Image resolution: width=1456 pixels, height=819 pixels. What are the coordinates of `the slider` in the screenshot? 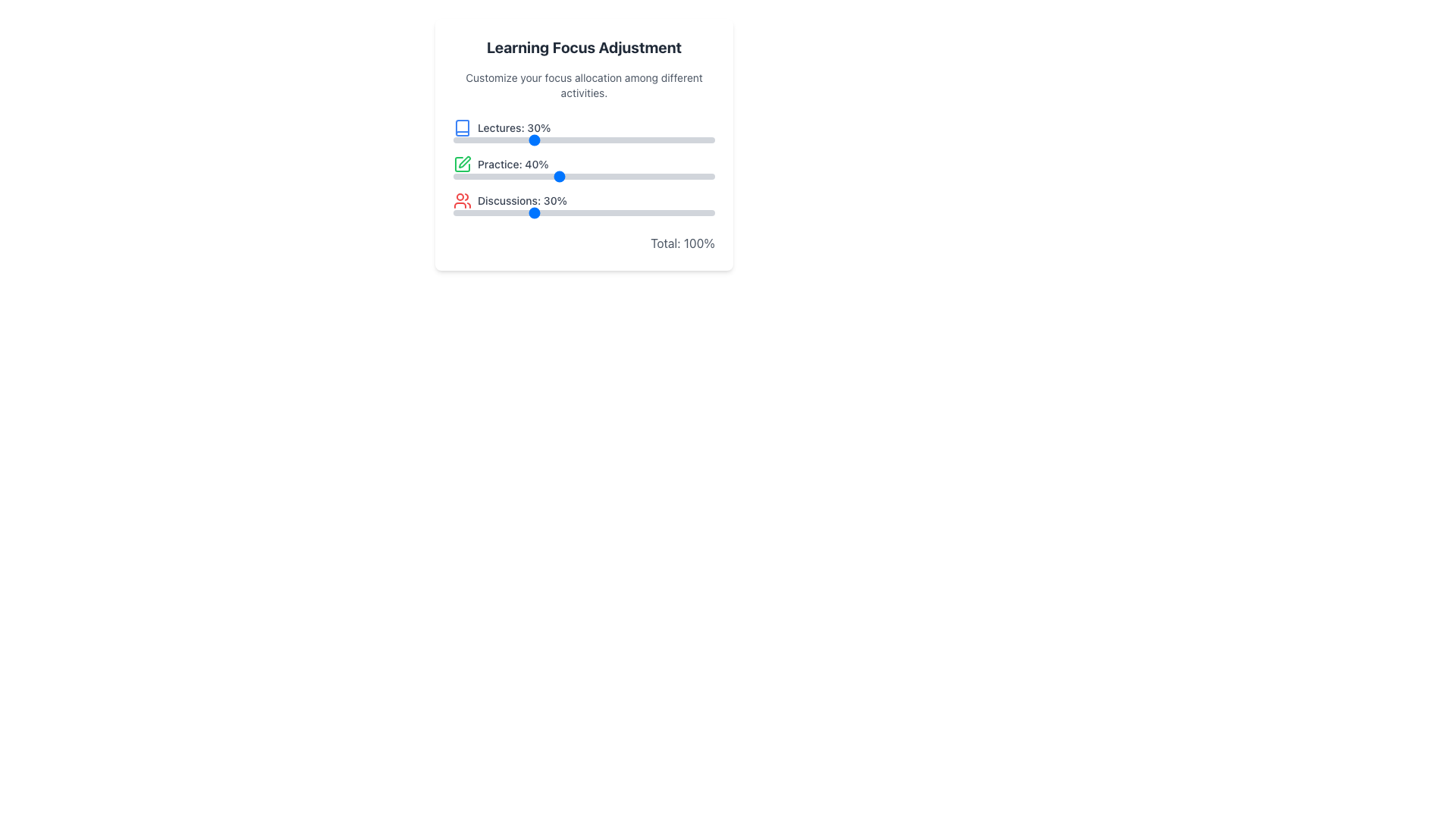 It's located at (473, 213).